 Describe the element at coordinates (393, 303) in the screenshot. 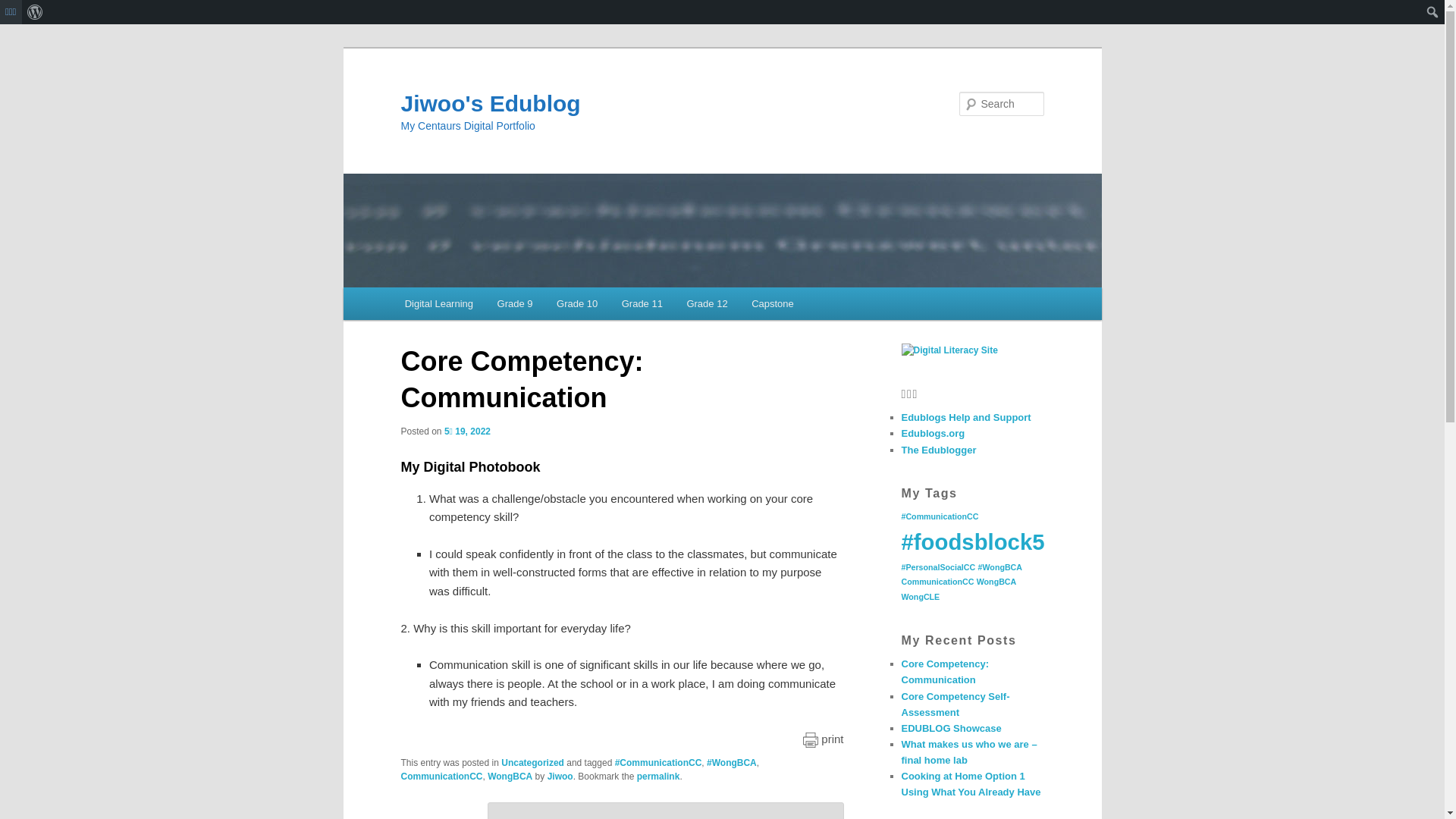

I see `'Digital Learning'` at that location.